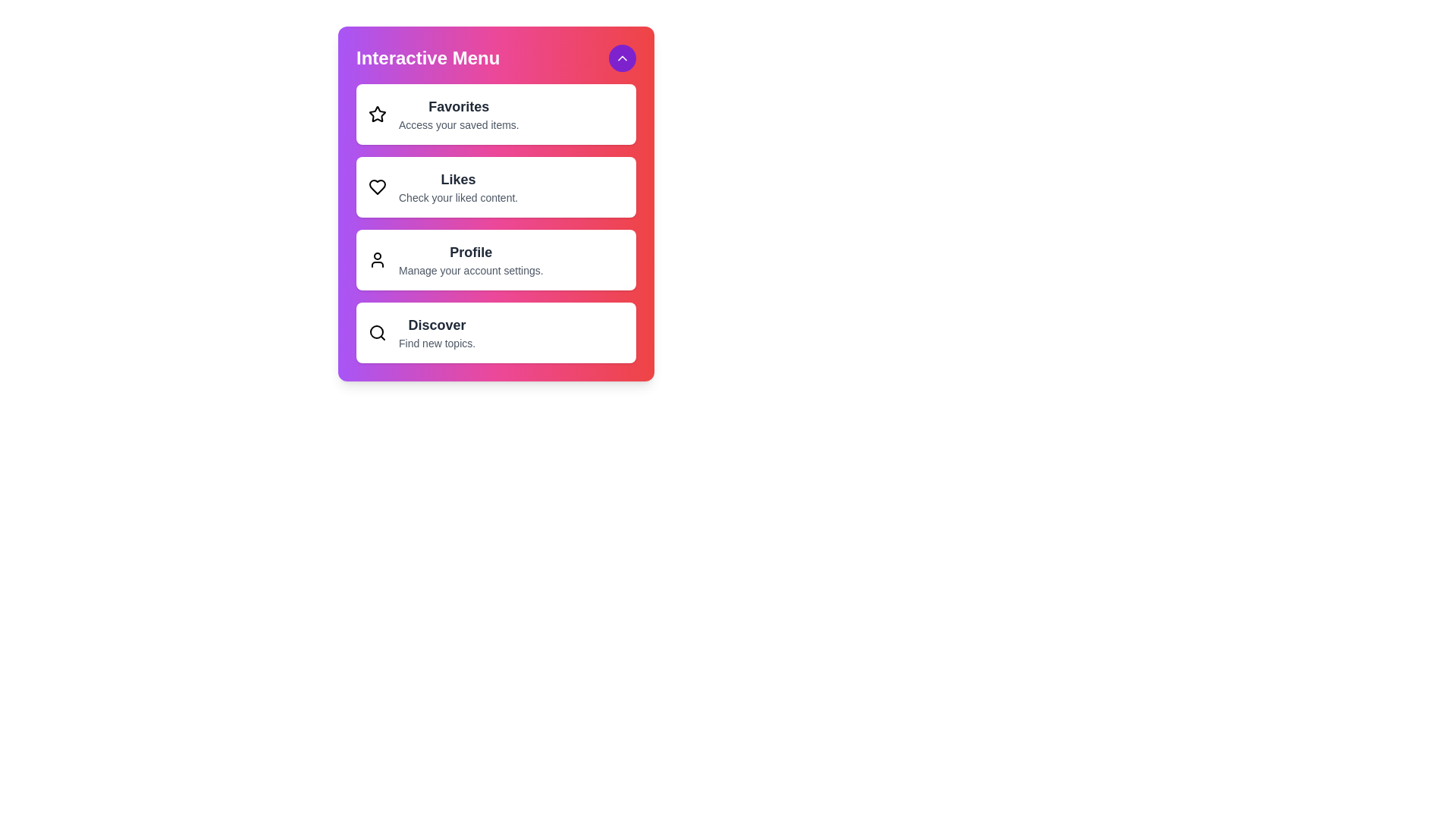  What do you see at coordinates (496, 113) in the screenshot?
I see `the menu item Favorites from the interactive menu` at bounding box center [496, 113].